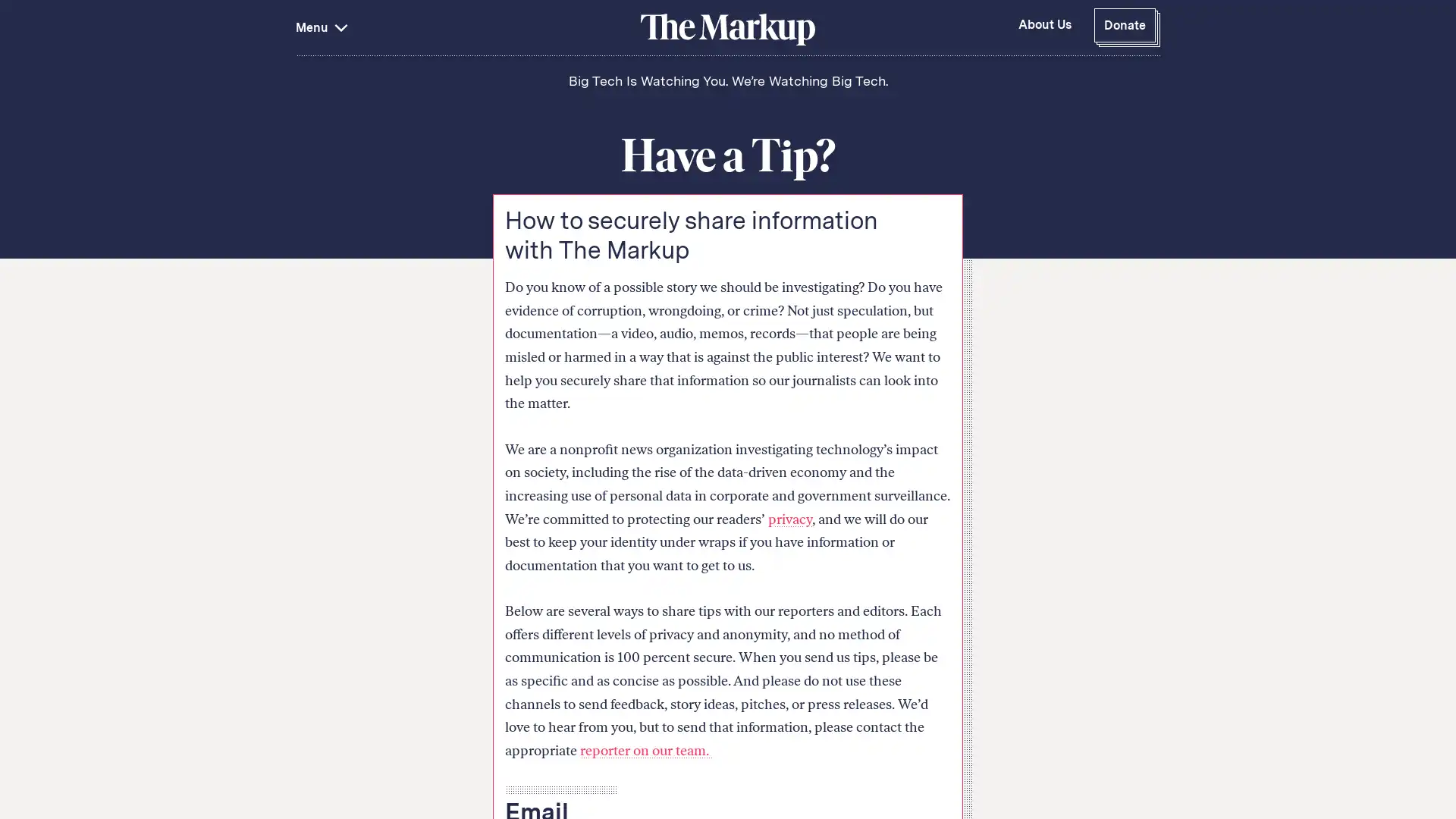  Describe the element at coordinates (1113, 726) in the screenshot. I see `Subscribe` at that location.